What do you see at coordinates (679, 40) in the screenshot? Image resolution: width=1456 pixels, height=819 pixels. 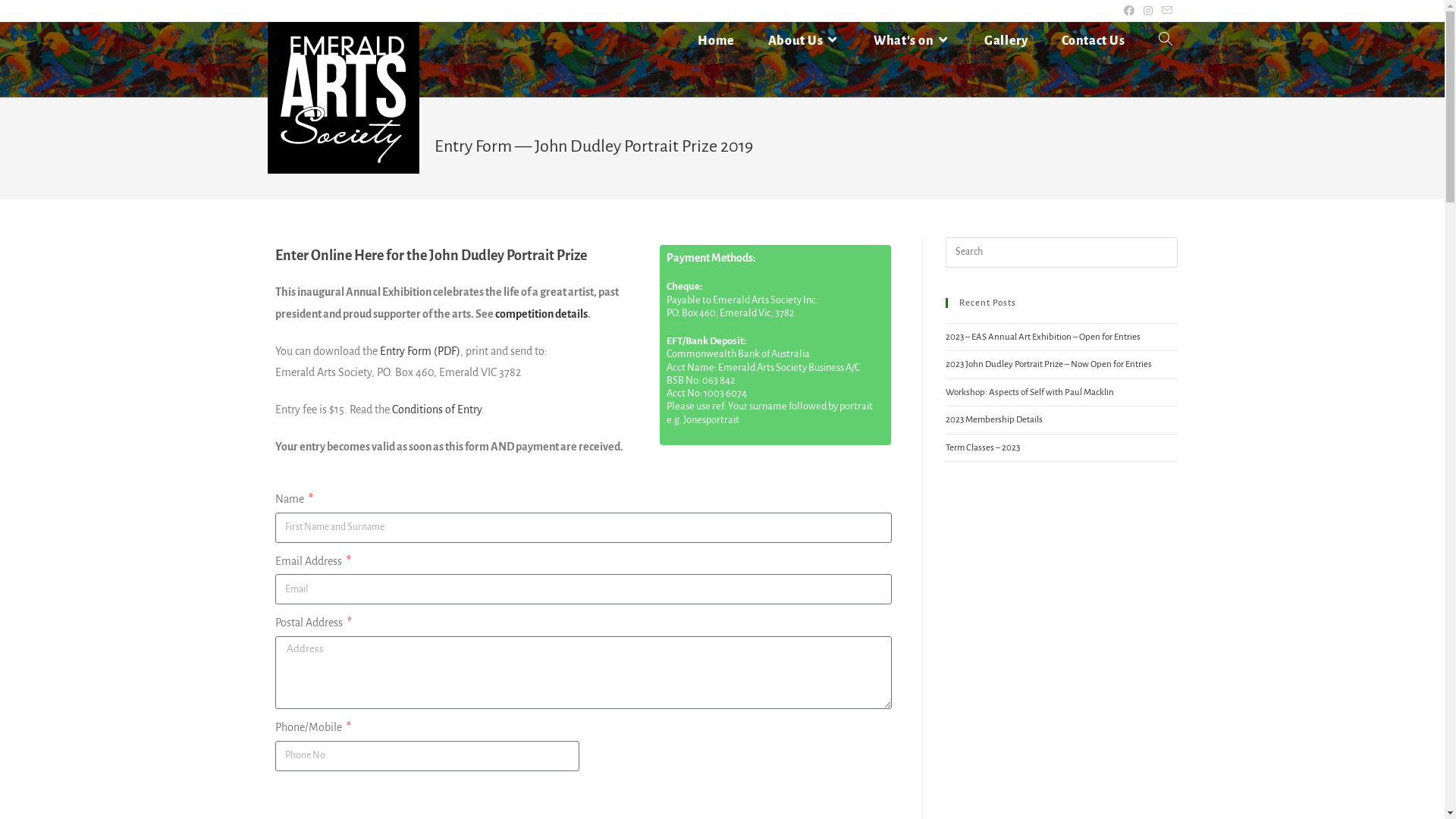 I see `'Home'` at bounding box center [679, 40].